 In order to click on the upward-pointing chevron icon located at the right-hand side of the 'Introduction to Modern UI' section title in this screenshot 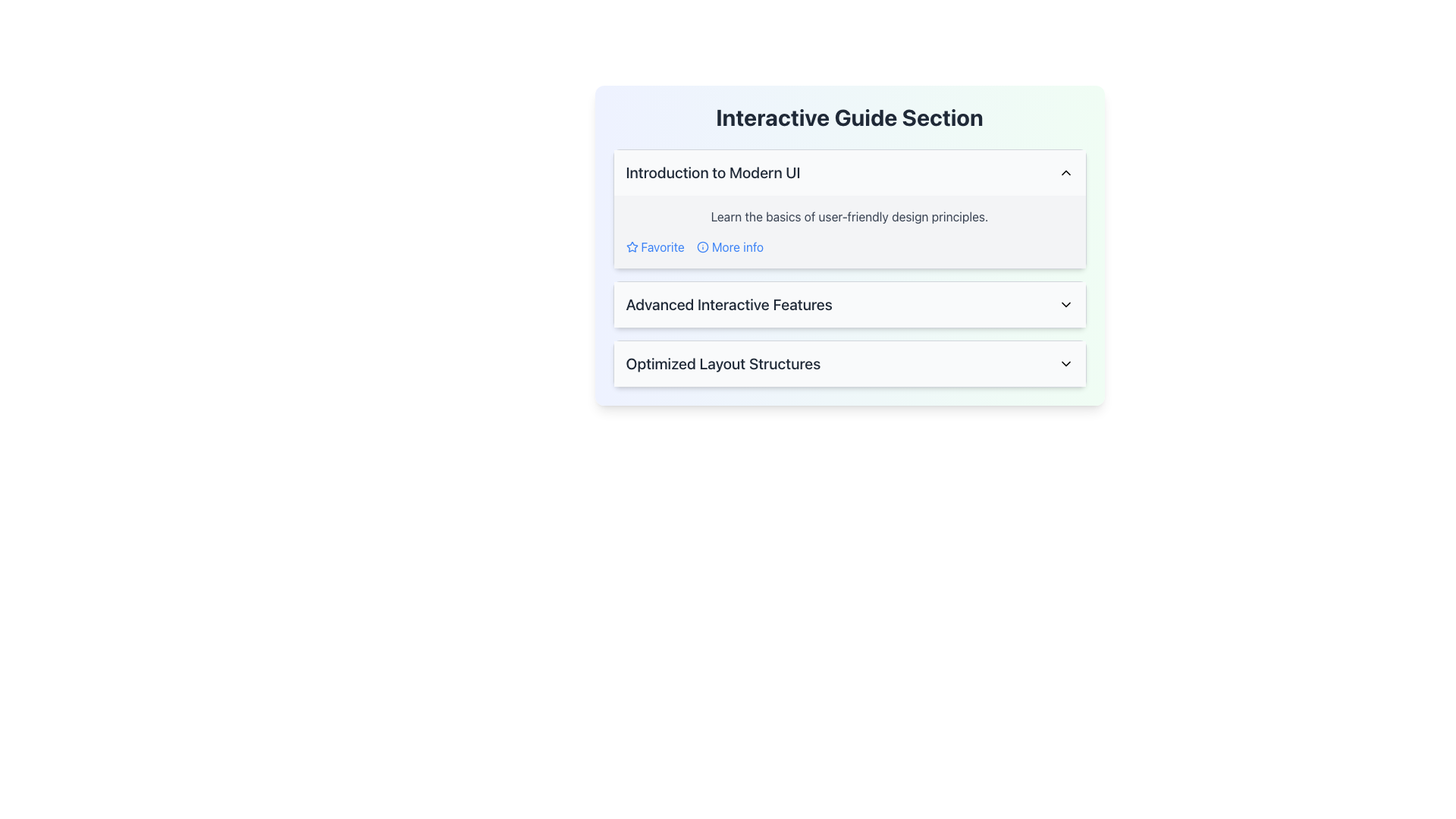, I will do `click(1065, 171)`.